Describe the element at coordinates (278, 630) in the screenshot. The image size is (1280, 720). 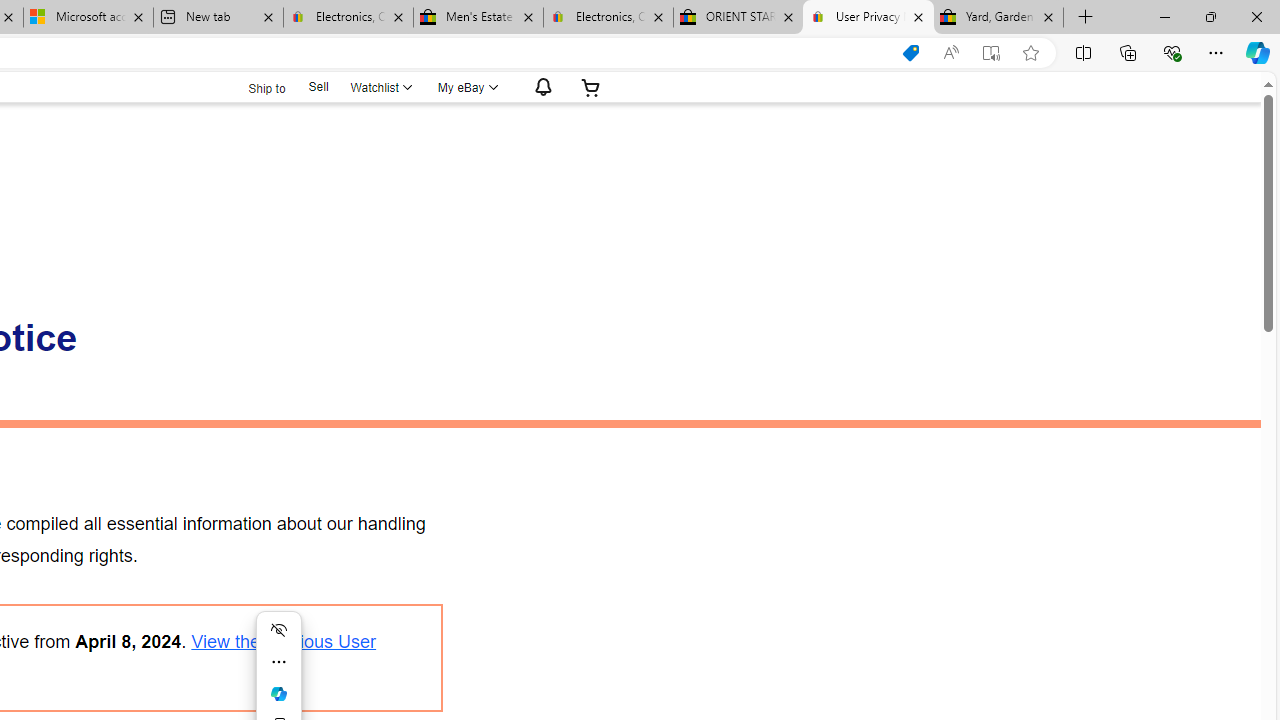
I see `'Hide menu'` at that location.